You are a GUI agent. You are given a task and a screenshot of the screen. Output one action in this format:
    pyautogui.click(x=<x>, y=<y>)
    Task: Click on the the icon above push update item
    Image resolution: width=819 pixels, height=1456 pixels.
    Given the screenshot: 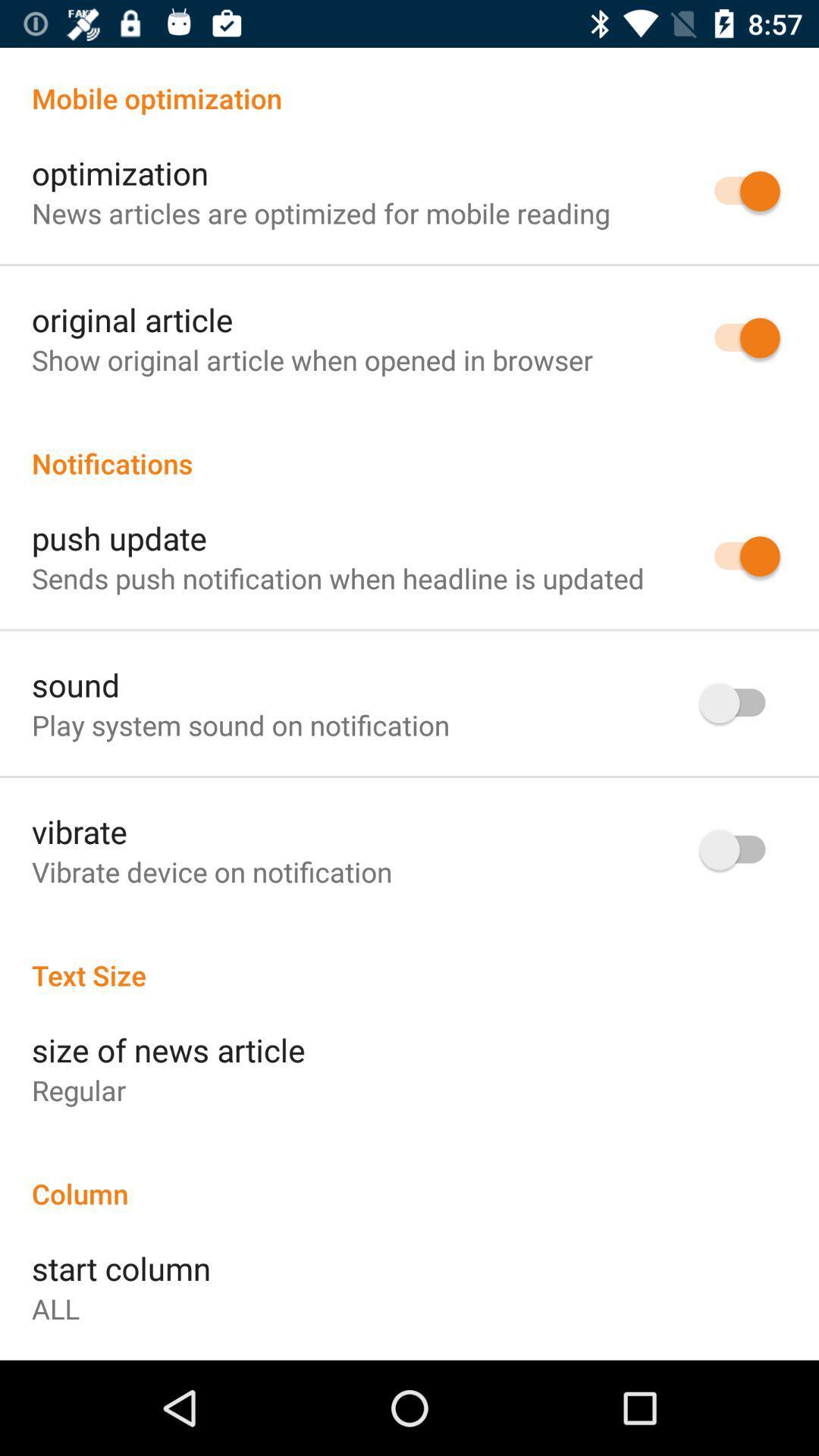 What is the action you would take?
    pyautogui.click(x=409, y=447)
    